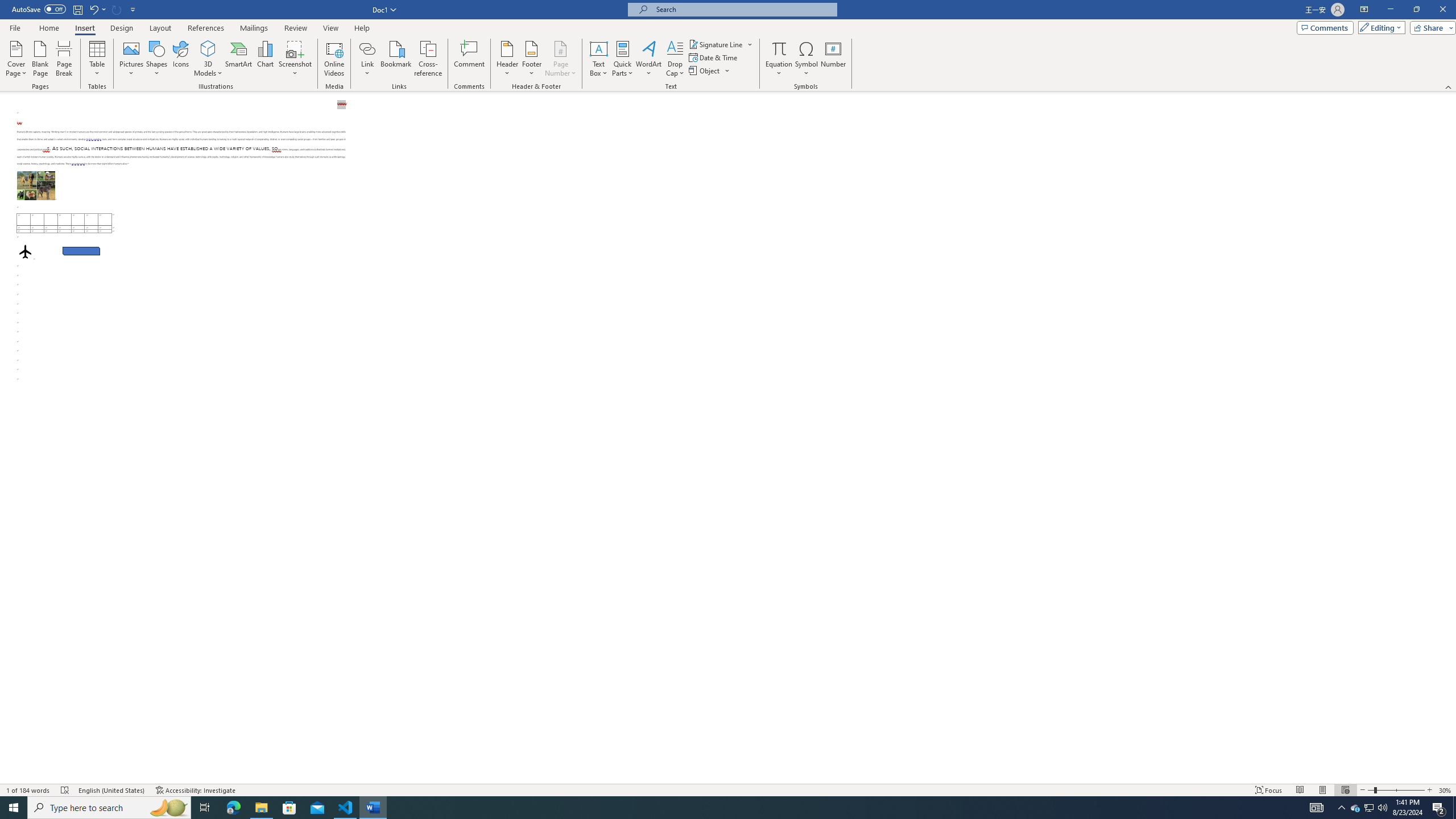  What do you see at coordinates (39, 9) in the screenshot?
I see `'AutoSave'` at bounding box center [39, 9].